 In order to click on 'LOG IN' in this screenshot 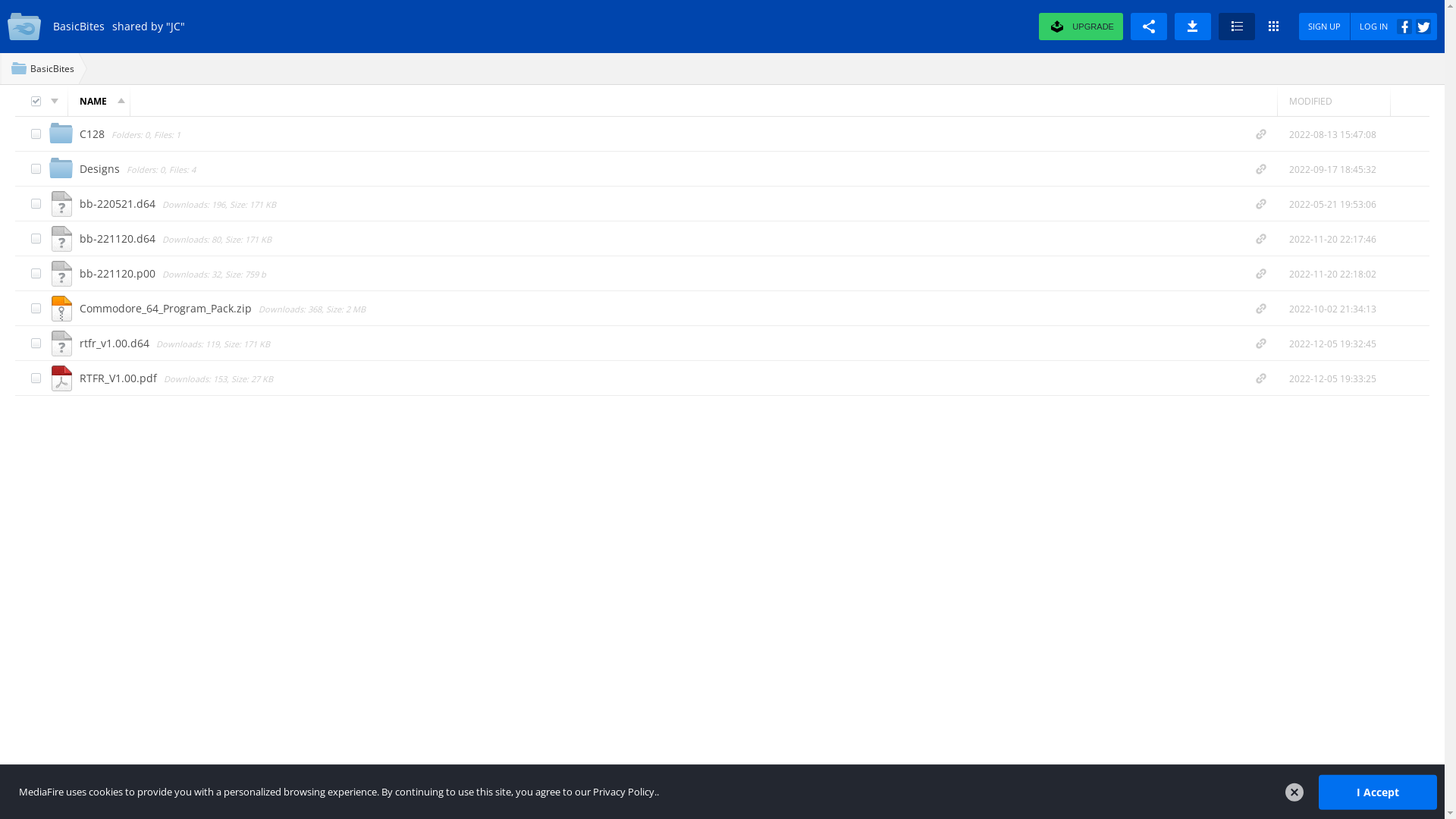, I will do `click(1394, 26)`.